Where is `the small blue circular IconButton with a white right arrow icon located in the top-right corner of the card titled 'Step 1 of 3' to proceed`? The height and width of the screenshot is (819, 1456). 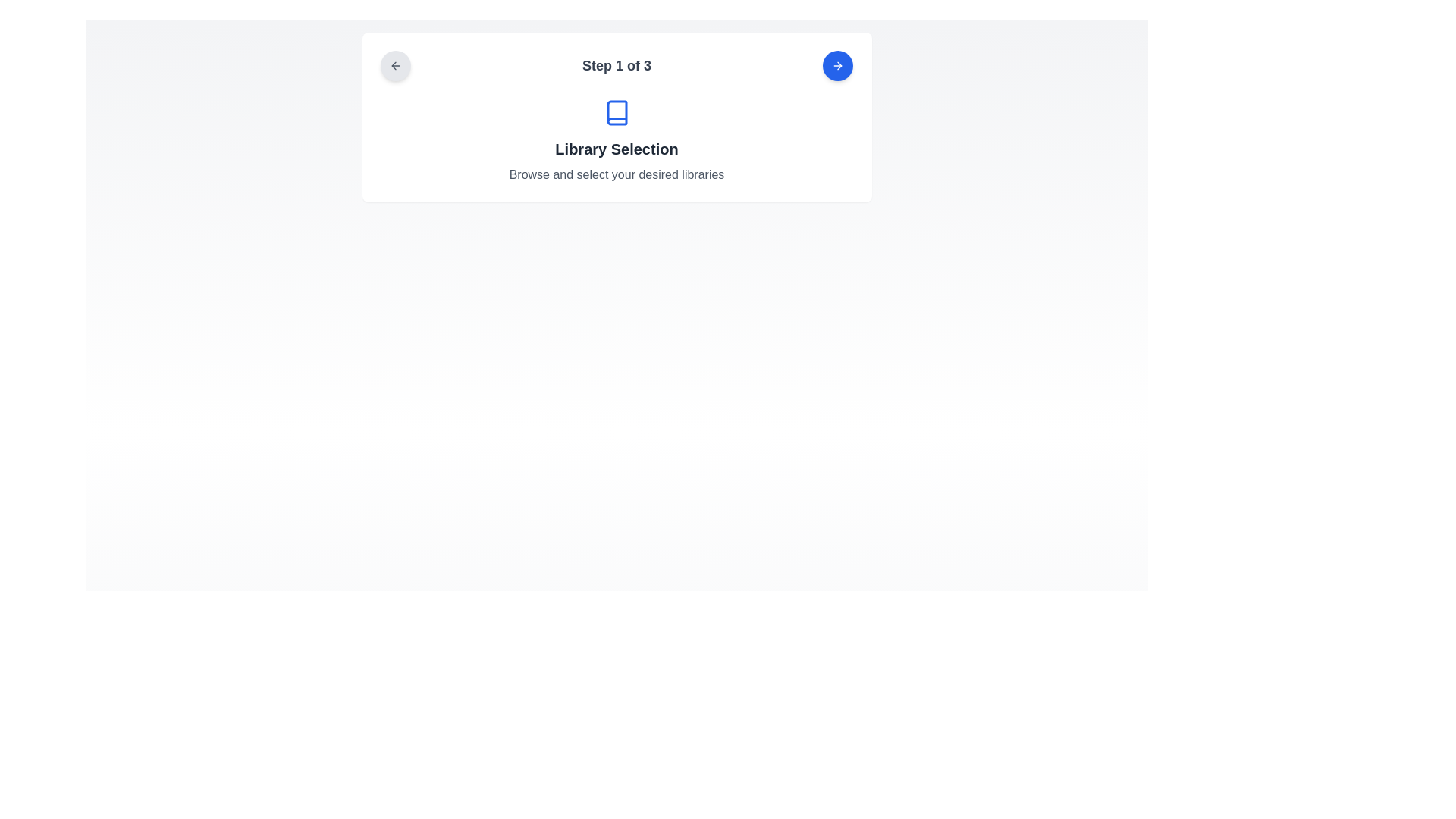 the small blue circular IconButton with a white right arrow icon located in the top-right corner of the card titled 'Step 1 of 3' to proceed is located at coordinates (837, 65).